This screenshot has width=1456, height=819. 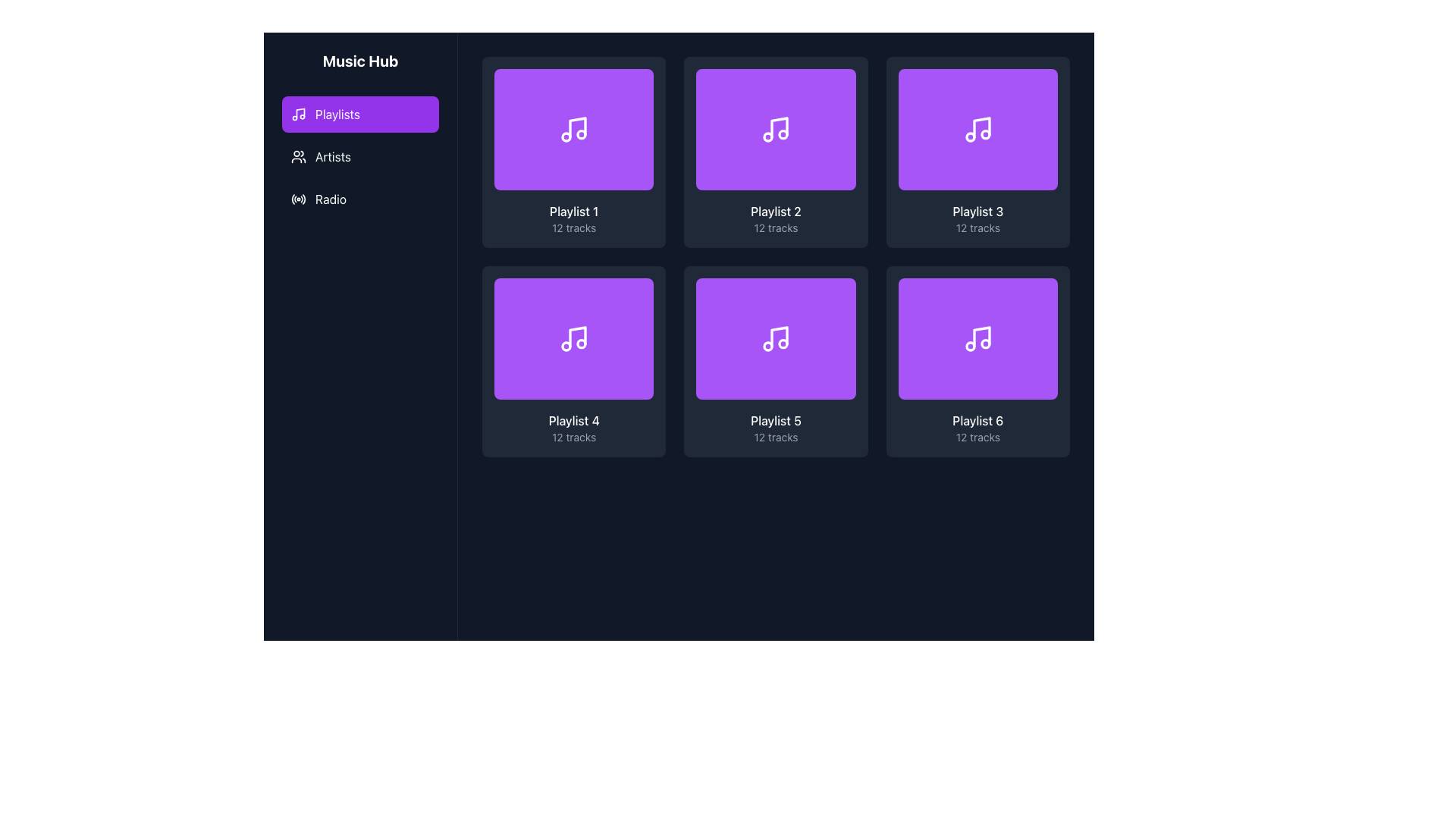 I want to click on the 'Playlists' text label within the purple button in the vertical navigation menu, so click(x=337, y=113).